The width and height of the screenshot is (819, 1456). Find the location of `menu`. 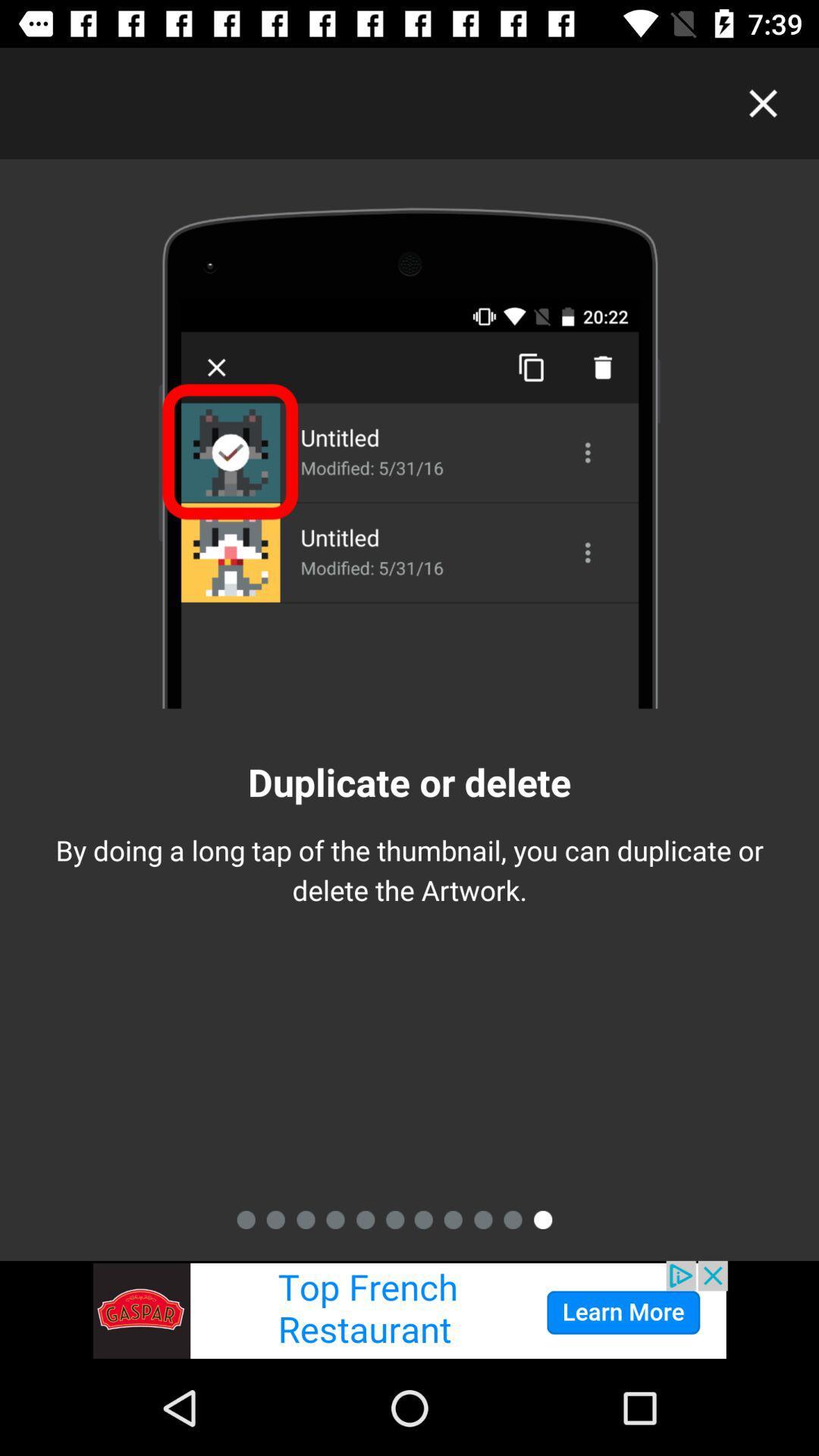

menu is located at coordinates (763, 102).